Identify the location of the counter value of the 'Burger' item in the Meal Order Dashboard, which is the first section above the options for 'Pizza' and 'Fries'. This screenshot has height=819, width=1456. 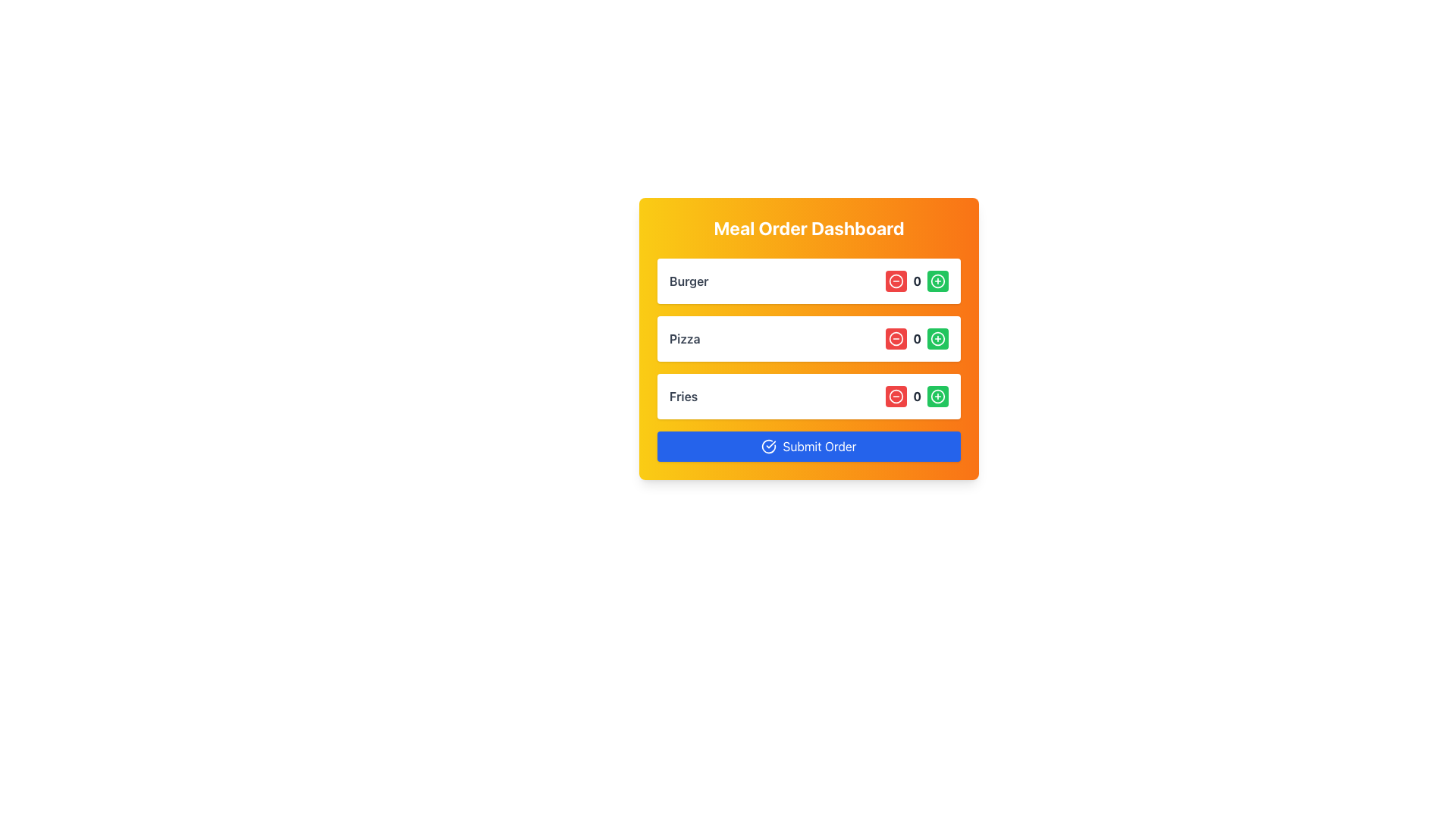
(808, 281).